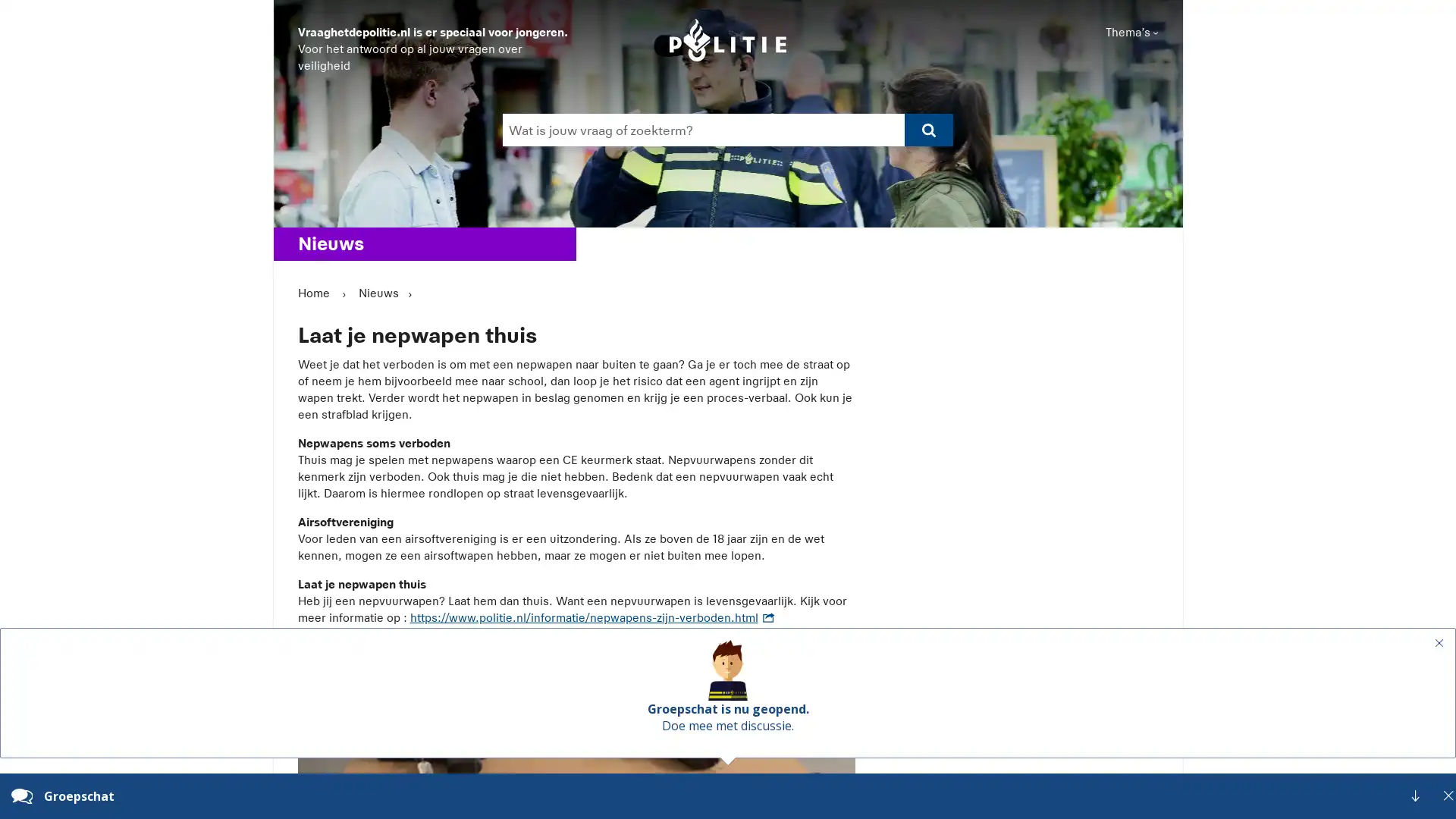 The image size is (1456, 819). What do you see at coordinates (927, 129) in the screenshot?
I see `Zoeken` at bounding box center [927, 129].